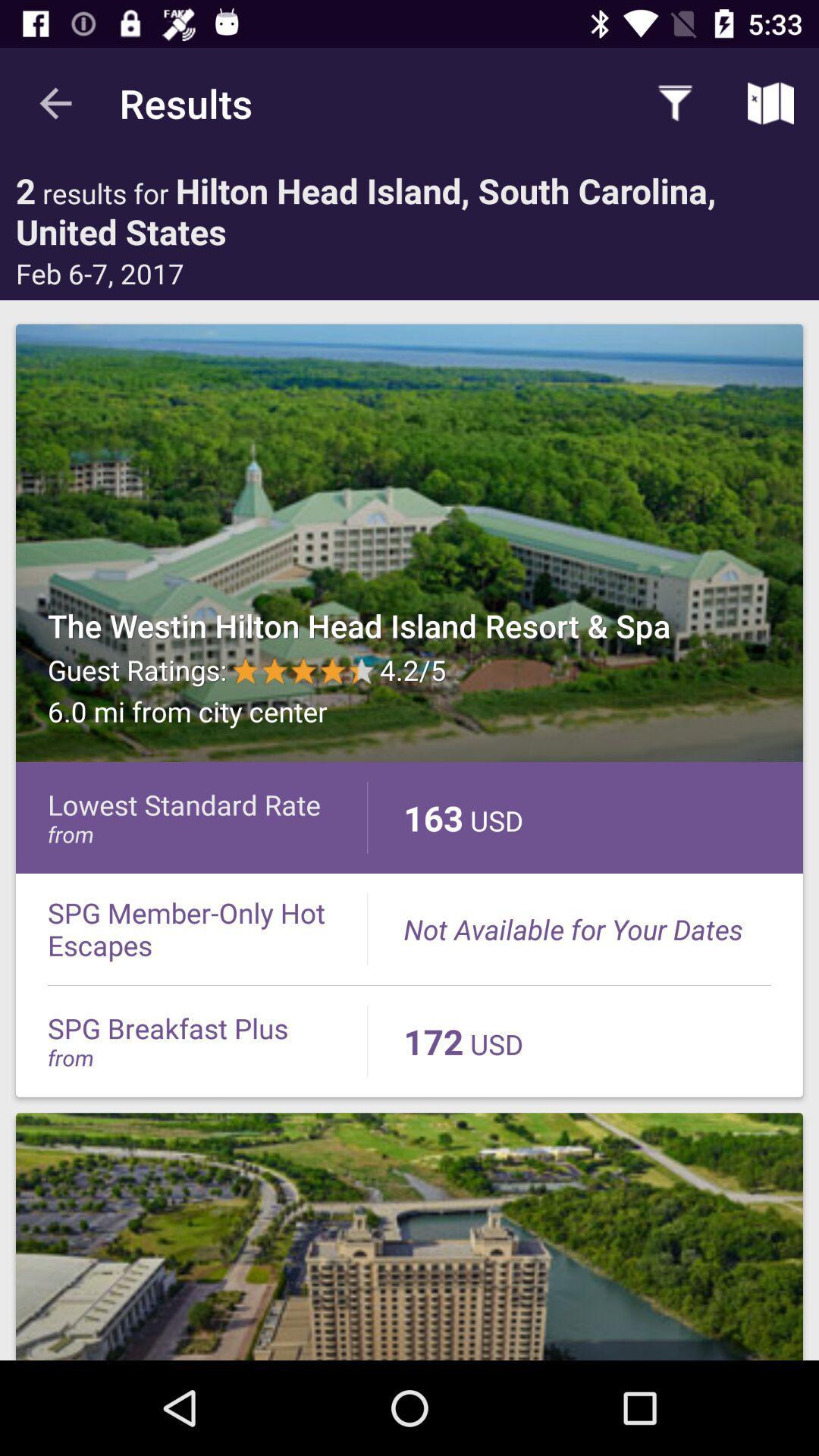 This screenshot has height=1456, width=819. What do you see at coordinates (55, 102) in the screenshot?
I see `the icon next to the results` at bounding box center [55, 102].